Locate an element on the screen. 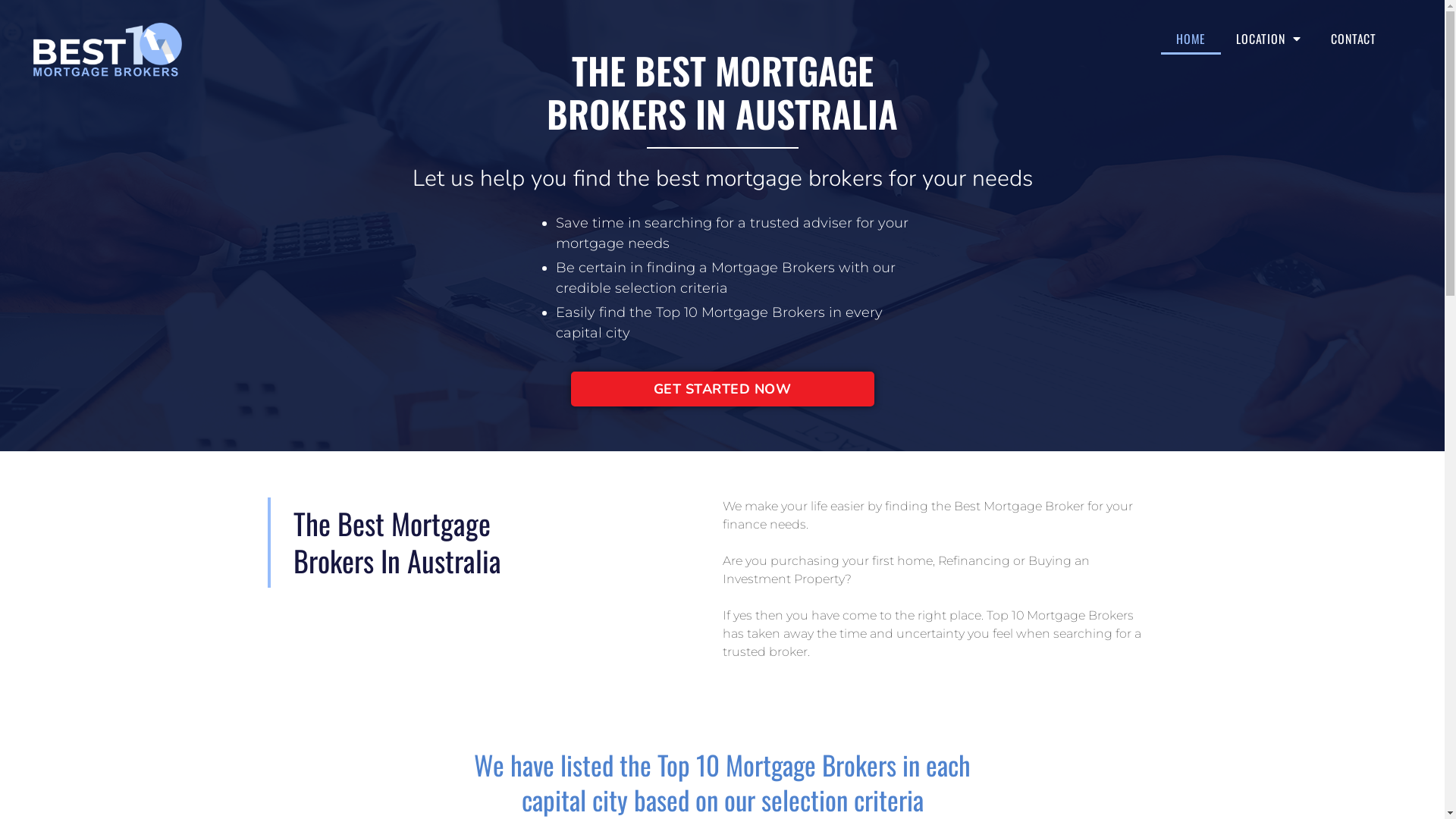  'LOCATION' is located at coordinates (1268, 37).